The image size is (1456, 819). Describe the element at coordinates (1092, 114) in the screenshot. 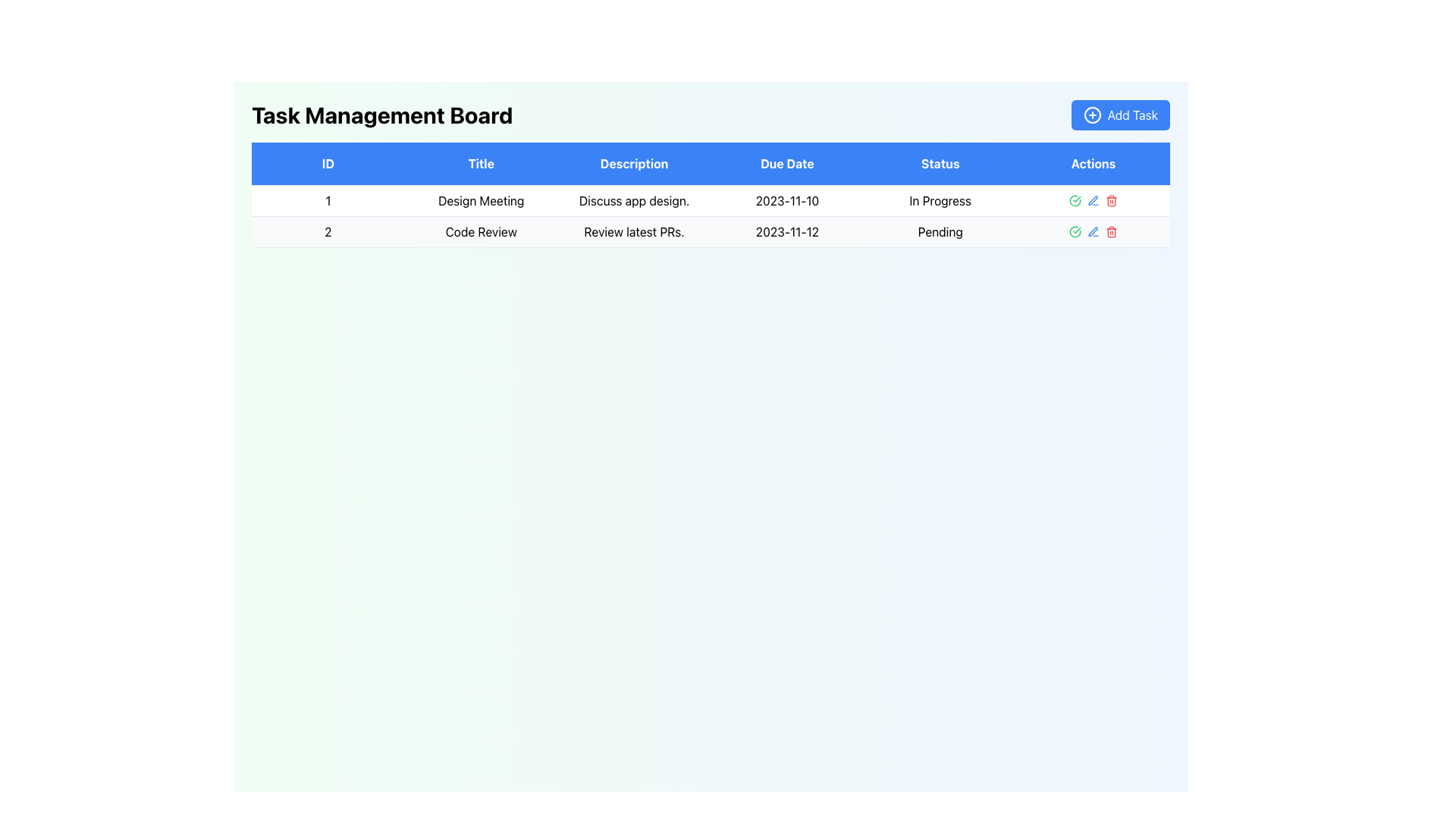

I see `the Decorative Icon within the 'Add Task' button, located to the left of the text label 'Add Task' at the top-right corner of the interface` at that location.